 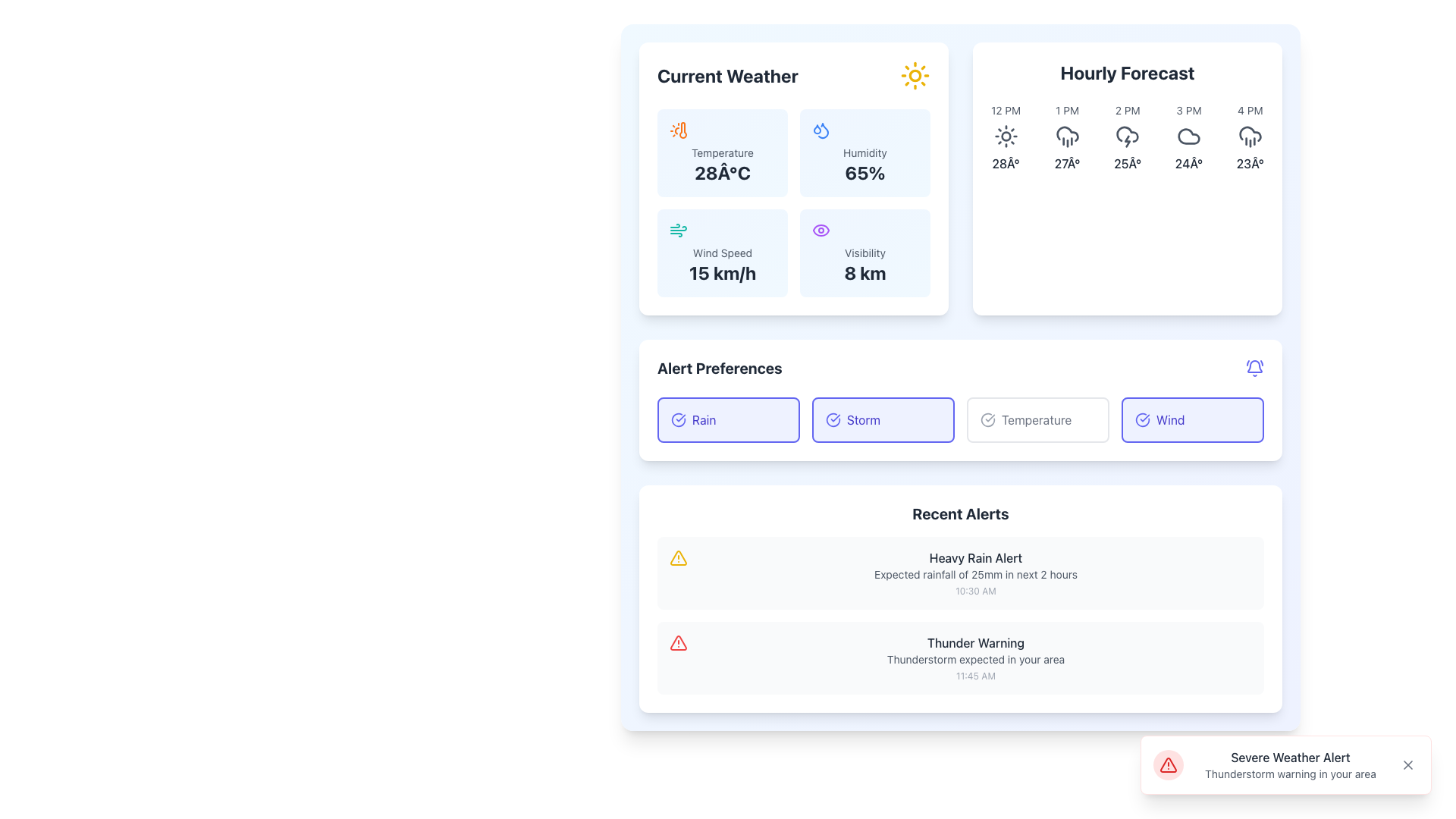 What do you see at coordinates (728, 420) in the screenshot?
I see `the 'Rain' Toggle Option, which is the first selection` at bounding box center [728, 420].